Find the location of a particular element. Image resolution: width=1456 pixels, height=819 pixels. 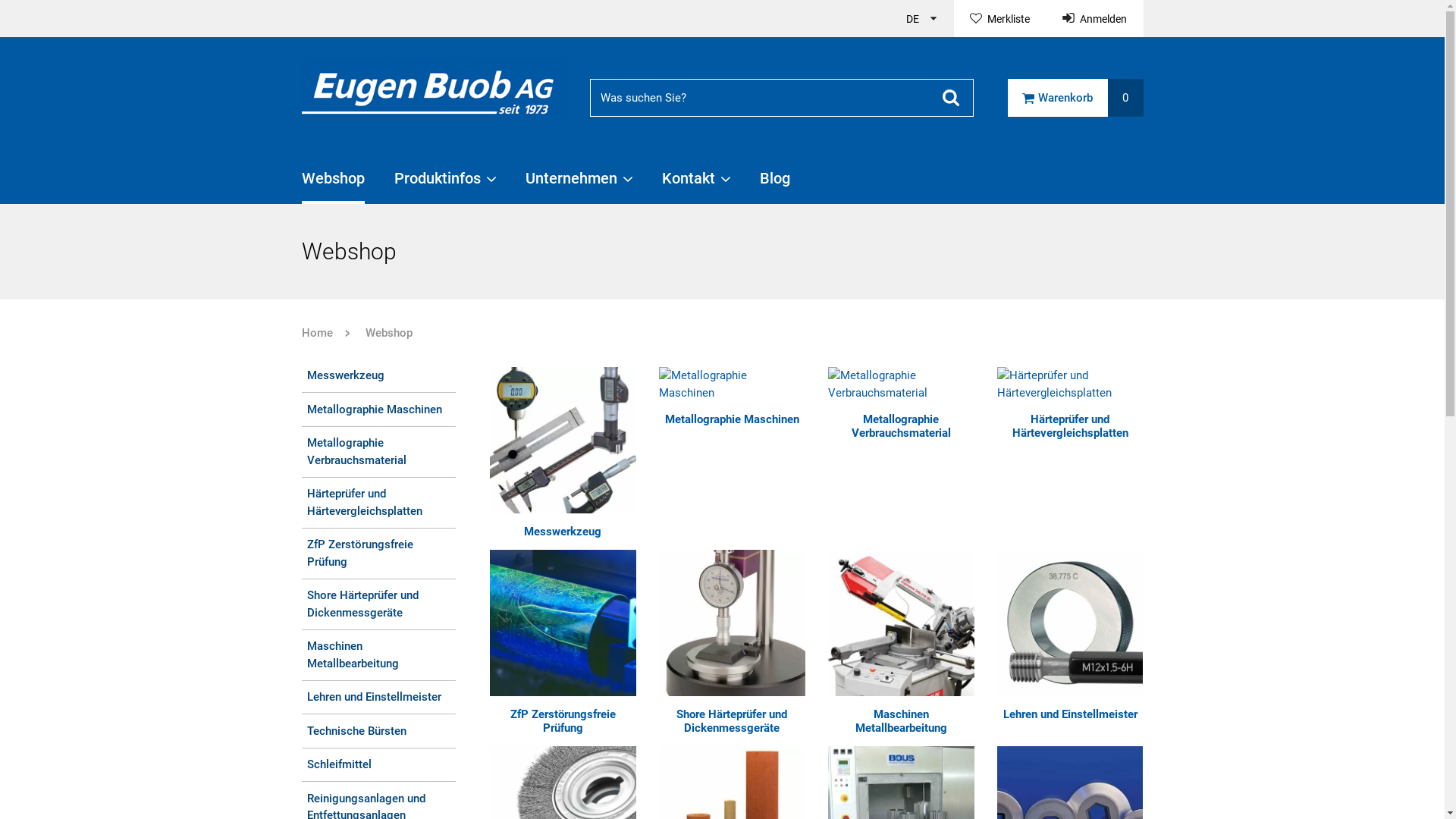

'Blog' is located at coordinates (775, 184).